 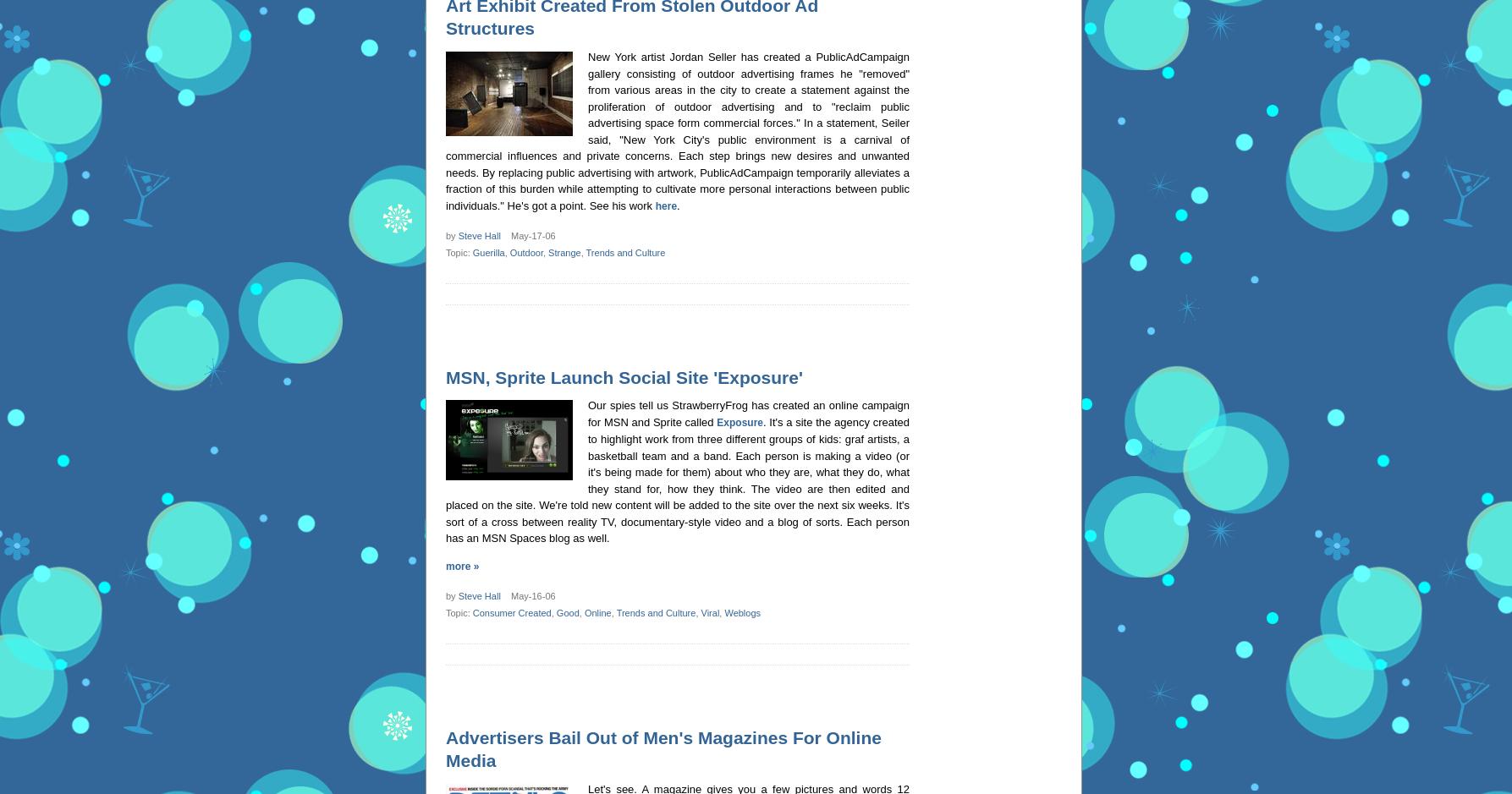 What do you see at coordinates (678, 205) in the screenshot?
I see `'.'` at bounding box center [678, 205].